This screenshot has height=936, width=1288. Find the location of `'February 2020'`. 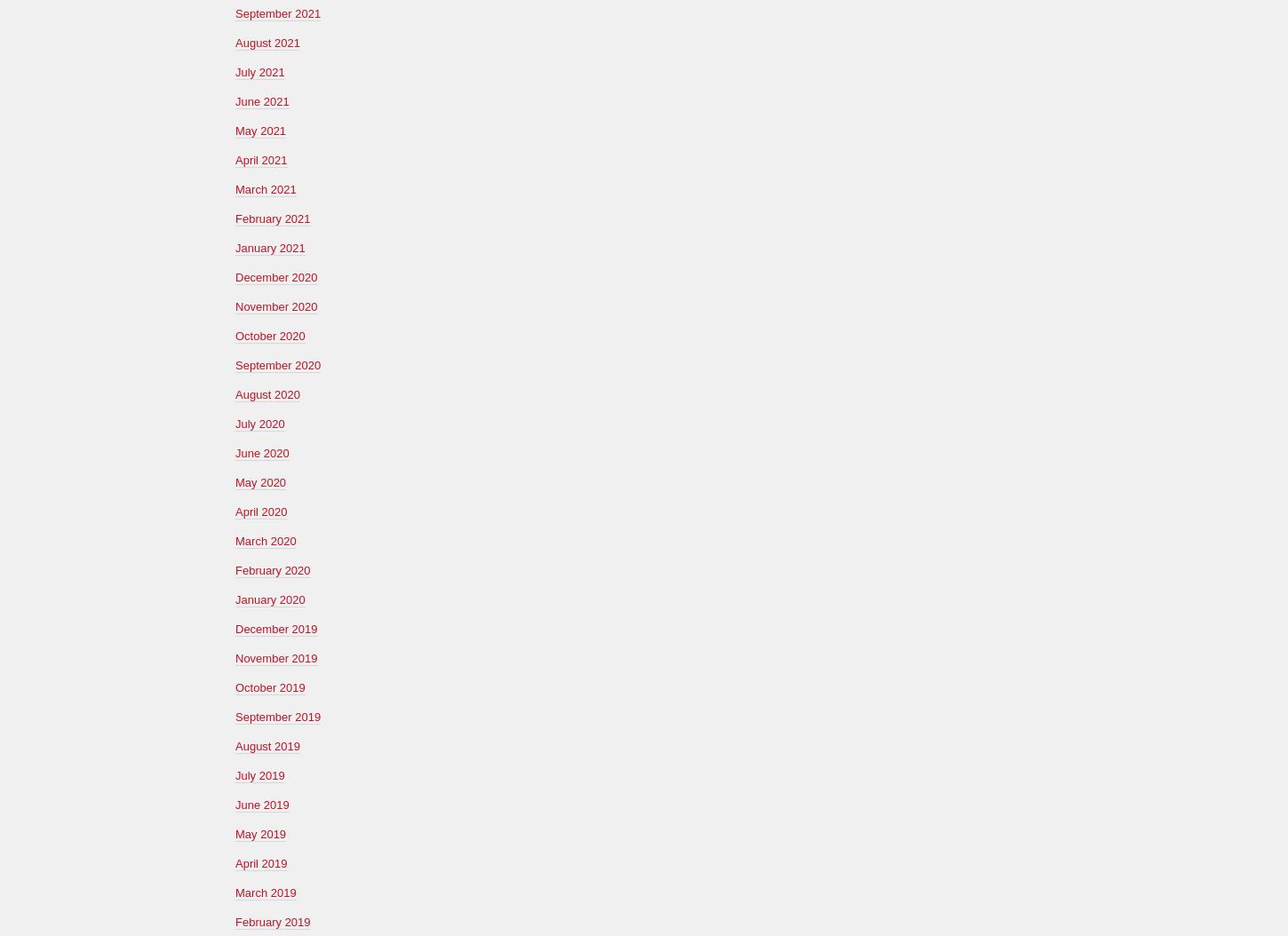

'February 2020' is located at coordinates (272, 569).